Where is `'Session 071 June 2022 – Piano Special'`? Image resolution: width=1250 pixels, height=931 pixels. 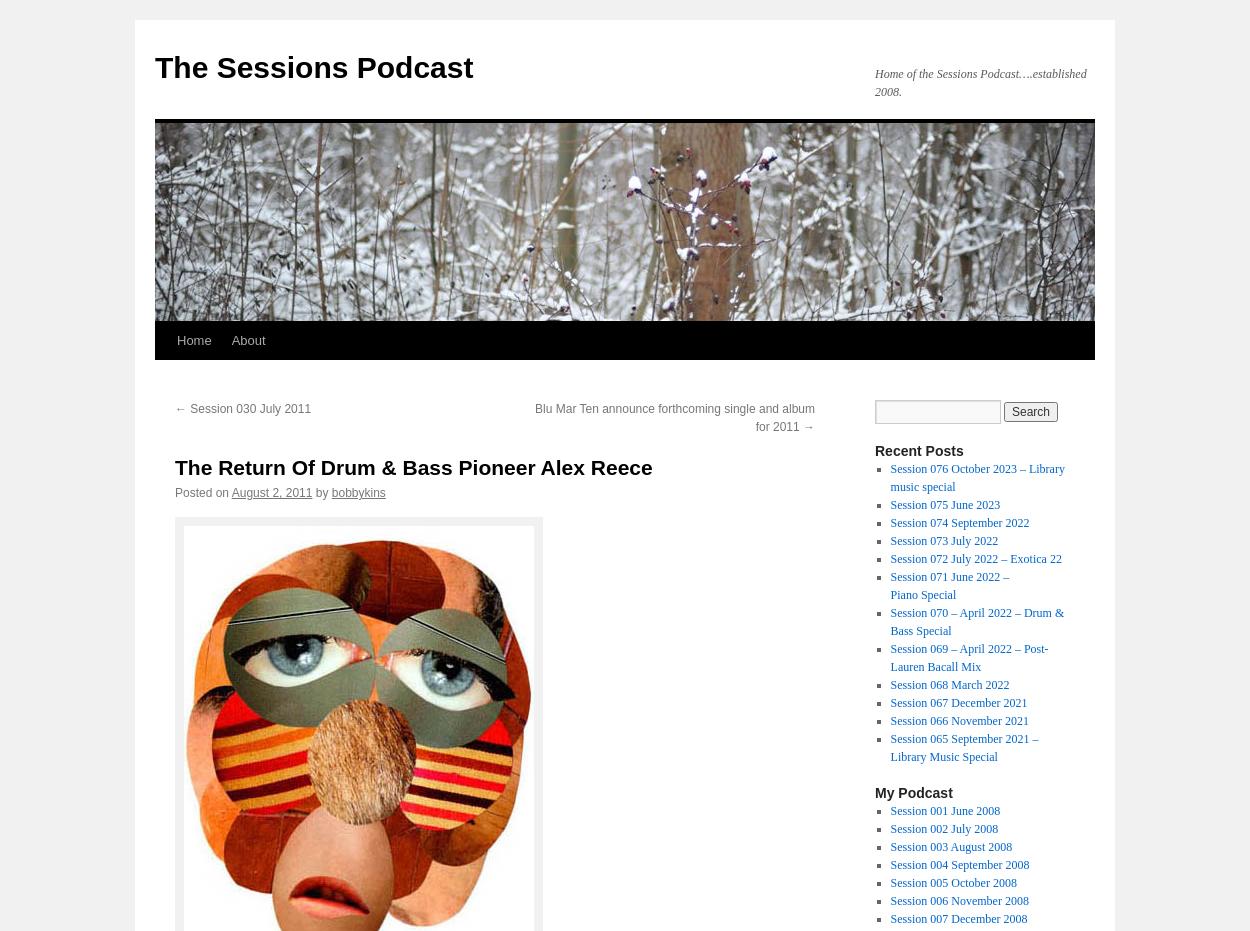
'Session 071 June 2022 – Piano Special' is located at coordinates (948, 584).